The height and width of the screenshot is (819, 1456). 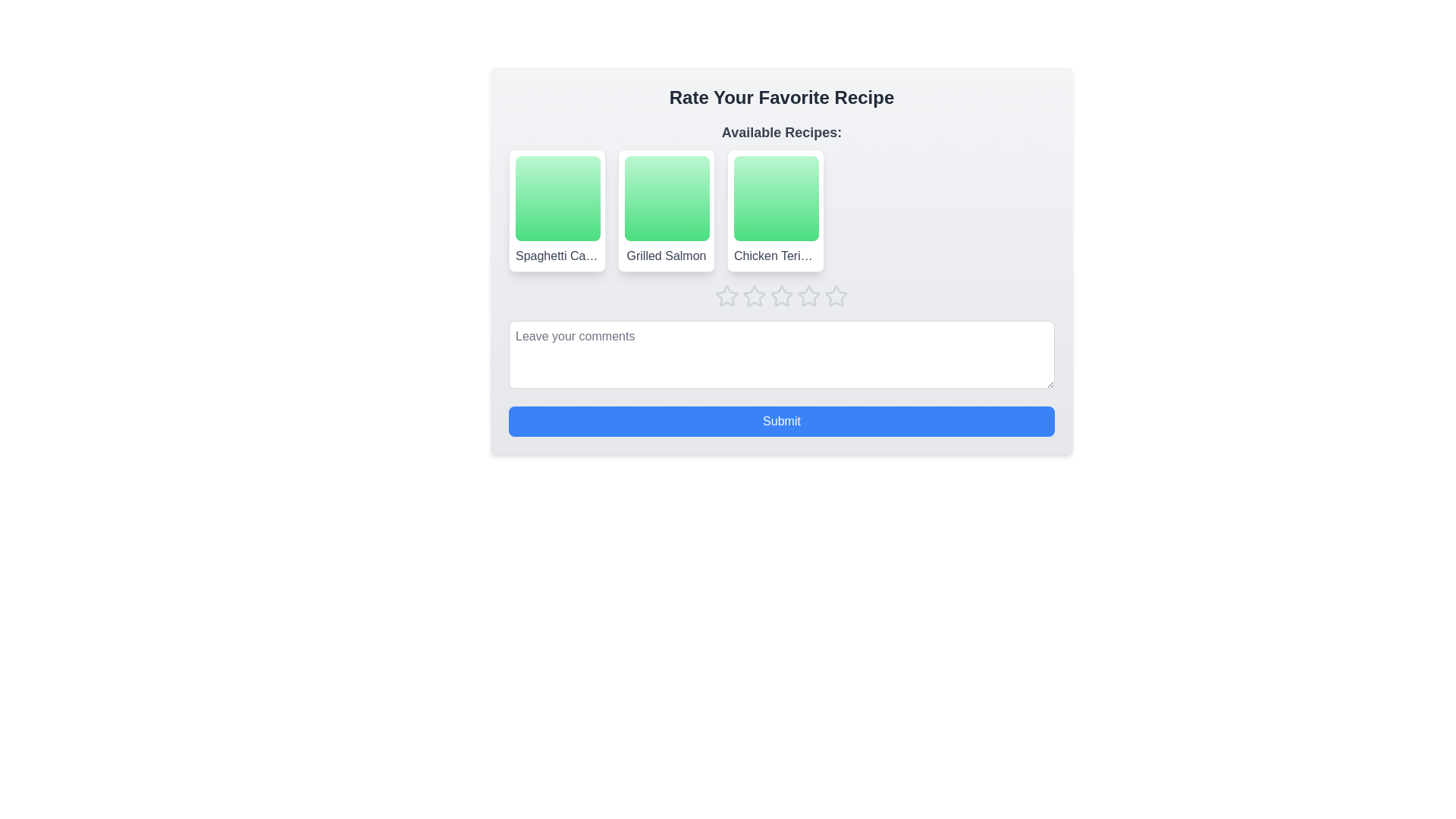 I want to click on text label 'Spaghetti Carbonara' located inside the first bordered, rounded white card in the 'Available Recipes' section below the green gradient square, so click(x=556, y=256).